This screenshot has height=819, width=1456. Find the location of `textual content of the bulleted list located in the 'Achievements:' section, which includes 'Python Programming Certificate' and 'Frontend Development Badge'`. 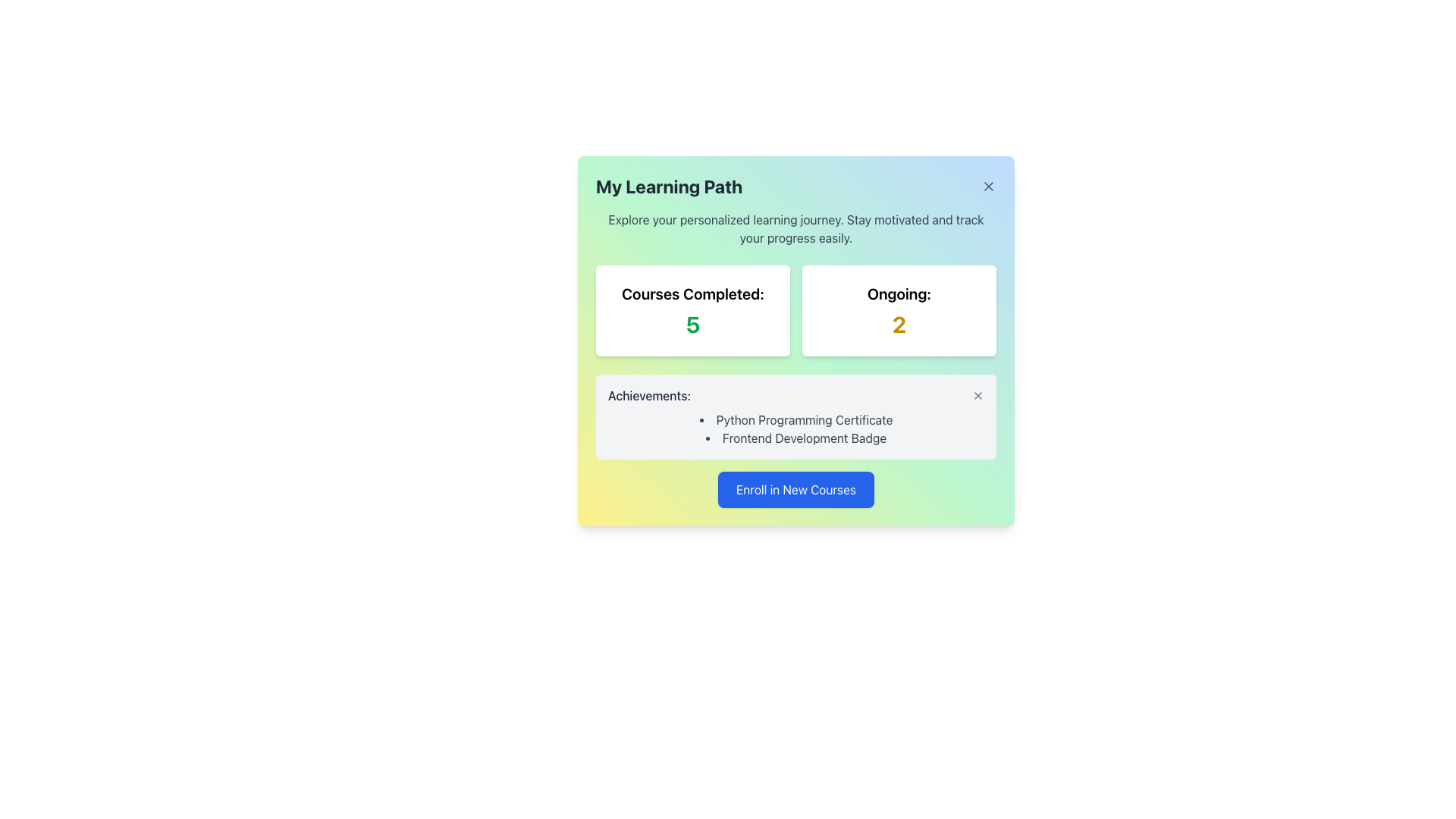

textual content of the bulleted list located in the 'Achievements:' section, which includes 'Python Programming Certificate' and 'Frontend Development Badge' is located at coordinates (795, 429).